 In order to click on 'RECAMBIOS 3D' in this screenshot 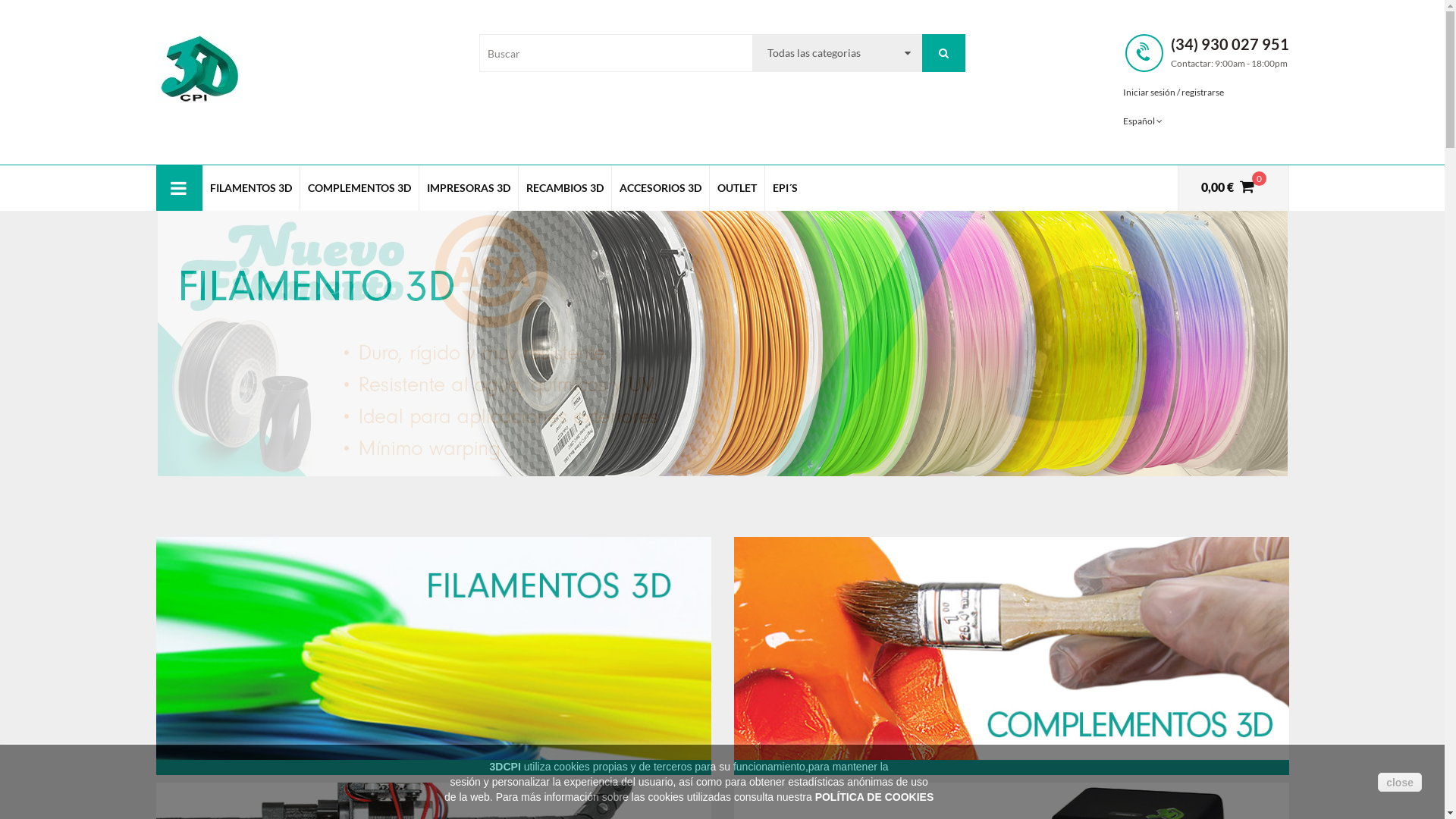, I will do `click(563, 187)`.